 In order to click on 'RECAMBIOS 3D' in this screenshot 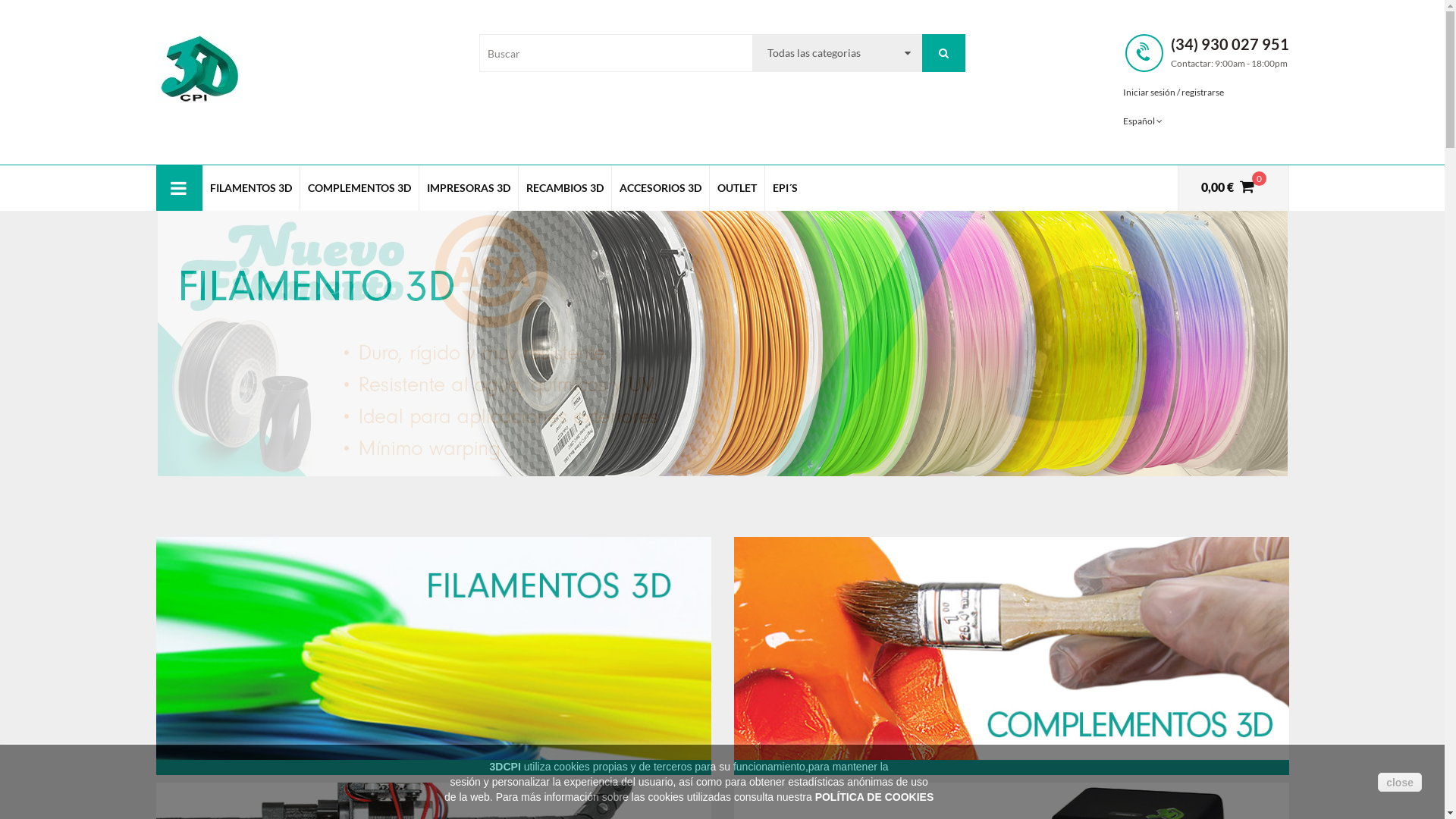, I will do `click(563, 187)`.